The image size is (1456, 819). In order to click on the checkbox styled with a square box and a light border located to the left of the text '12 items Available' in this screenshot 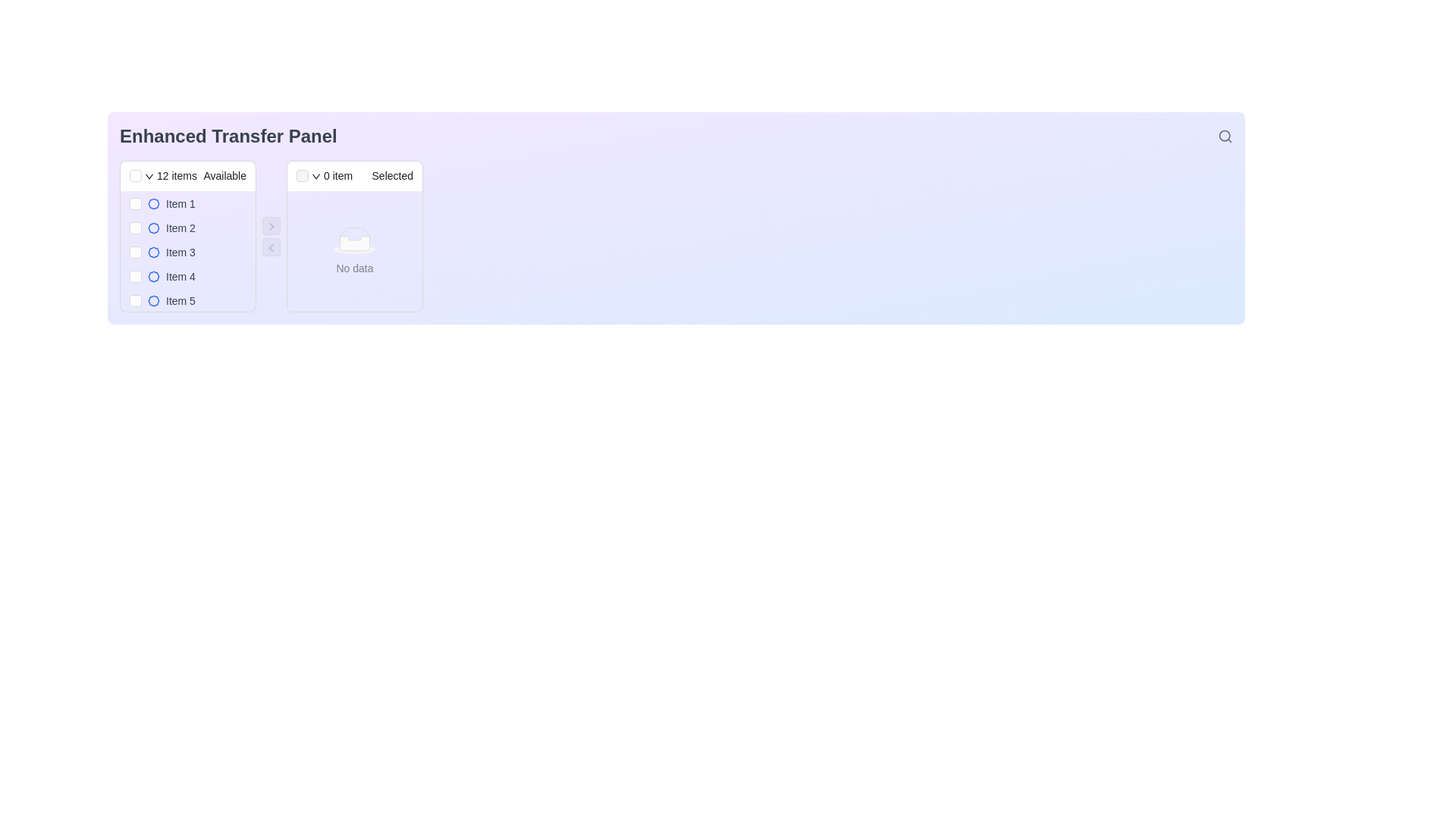, I will do `click(135, 174)`.